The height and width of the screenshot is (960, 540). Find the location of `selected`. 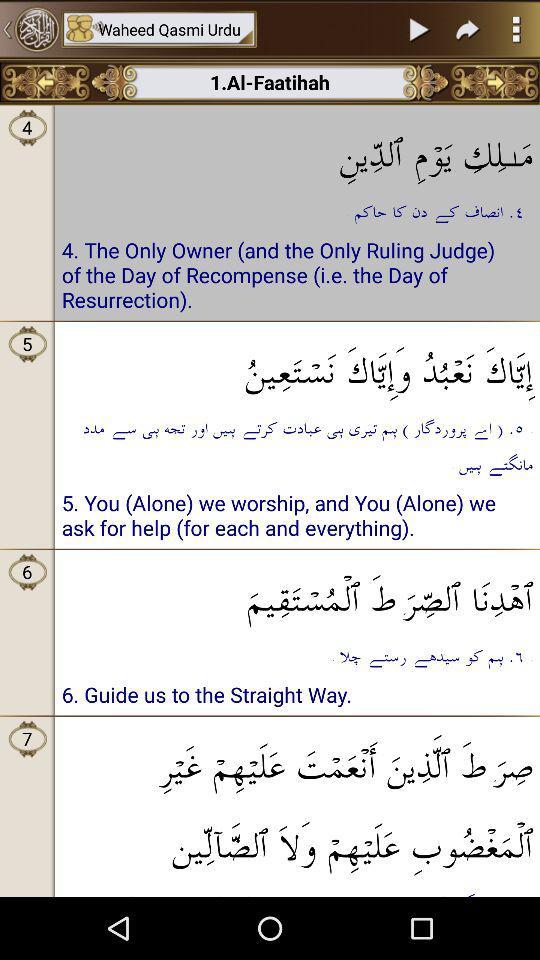

selected is located at coordinates (419, 28).